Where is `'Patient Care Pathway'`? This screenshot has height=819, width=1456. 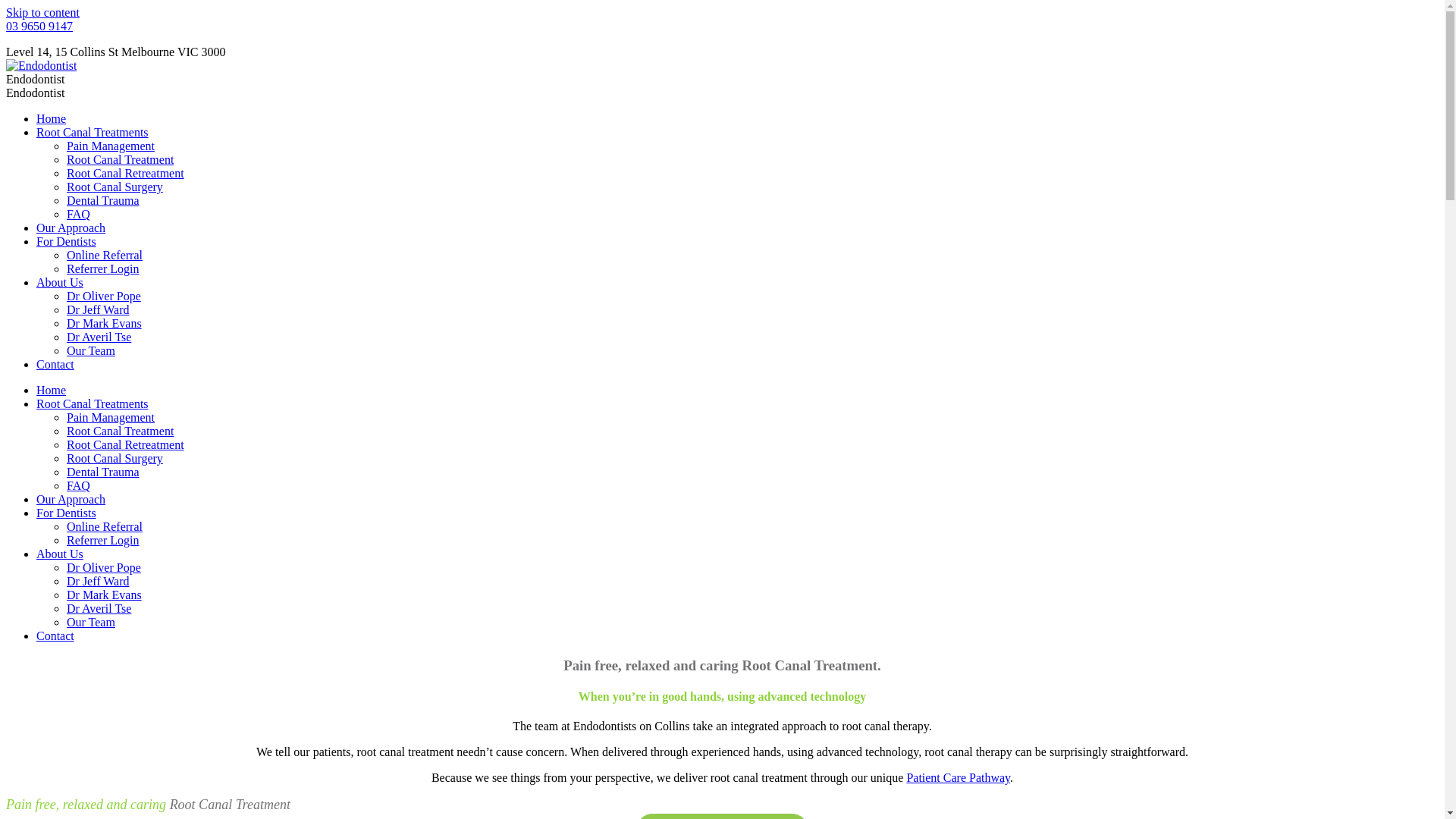 'Patient Care Pathway' is located at coordinates (957, 777).